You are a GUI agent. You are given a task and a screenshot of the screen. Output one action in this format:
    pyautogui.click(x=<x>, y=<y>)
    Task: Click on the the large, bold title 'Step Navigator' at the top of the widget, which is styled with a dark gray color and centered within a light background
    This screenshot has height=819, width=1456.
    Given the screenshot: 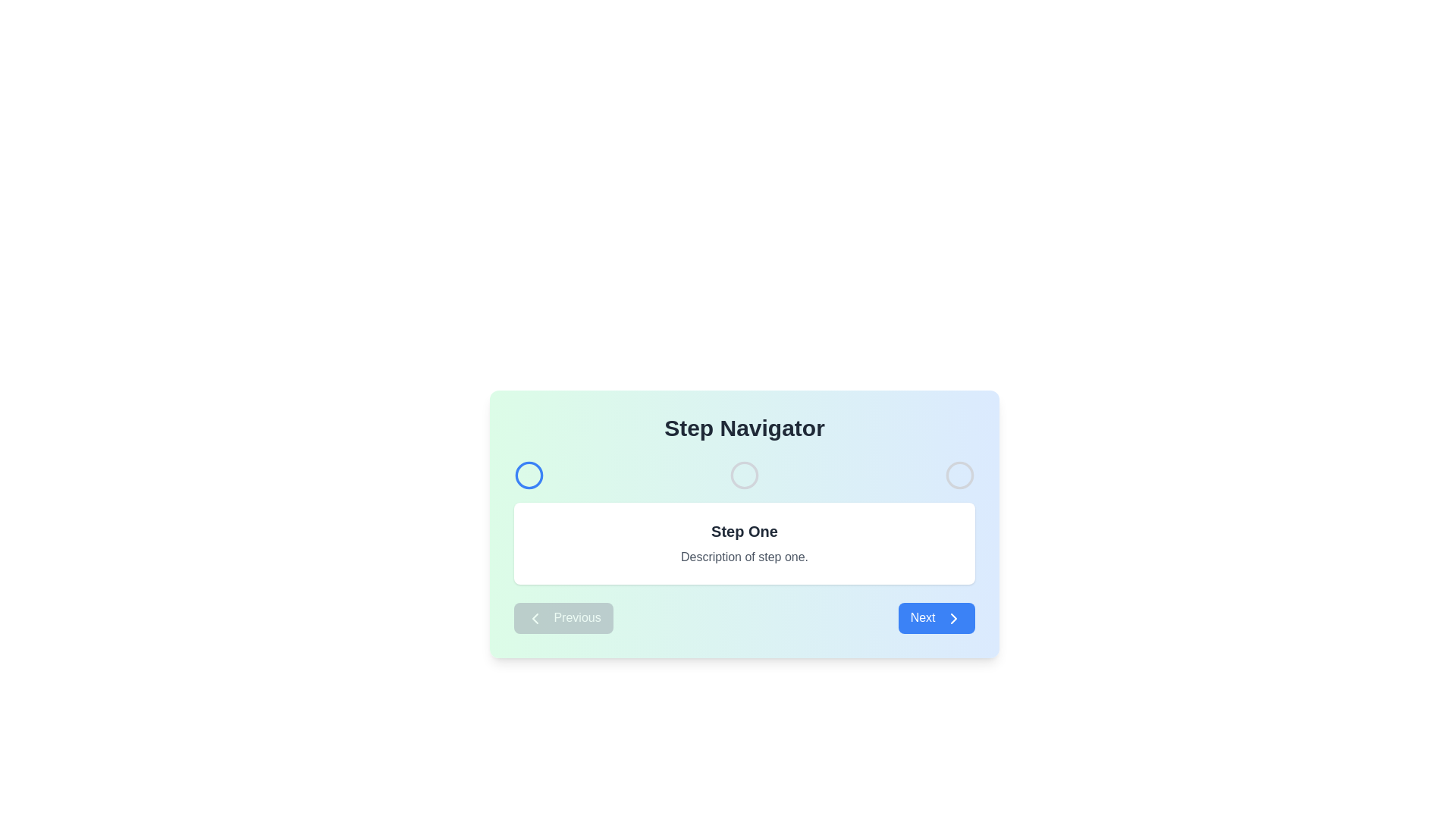 What is the action you would take?
    pyautogui.click(x=745, y=428)
    